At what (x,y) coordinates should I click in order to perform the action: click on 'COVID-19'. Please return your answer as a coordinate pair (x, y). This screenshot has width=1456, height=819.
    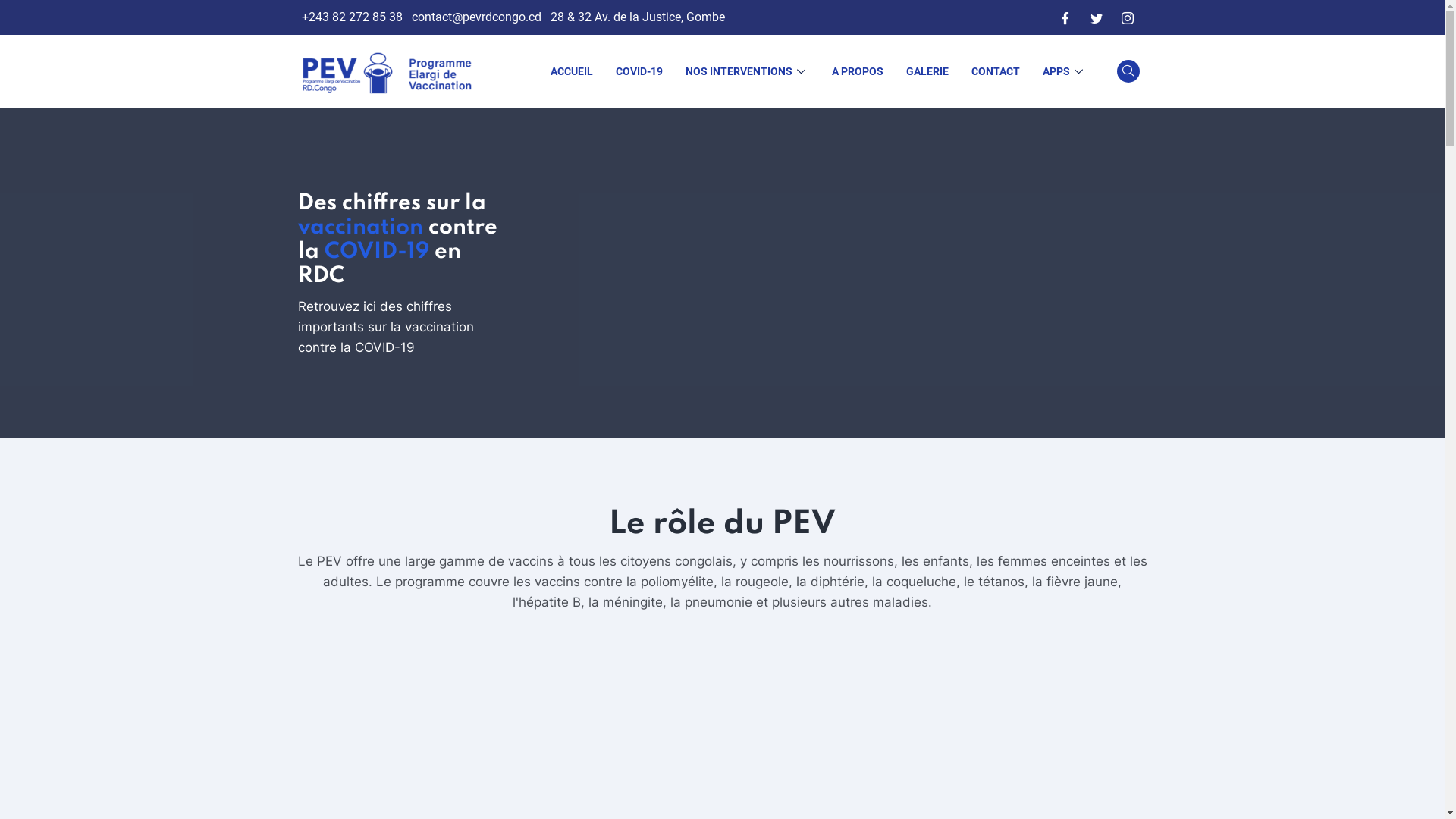
    Looking at the image, I should click on (638, 71).